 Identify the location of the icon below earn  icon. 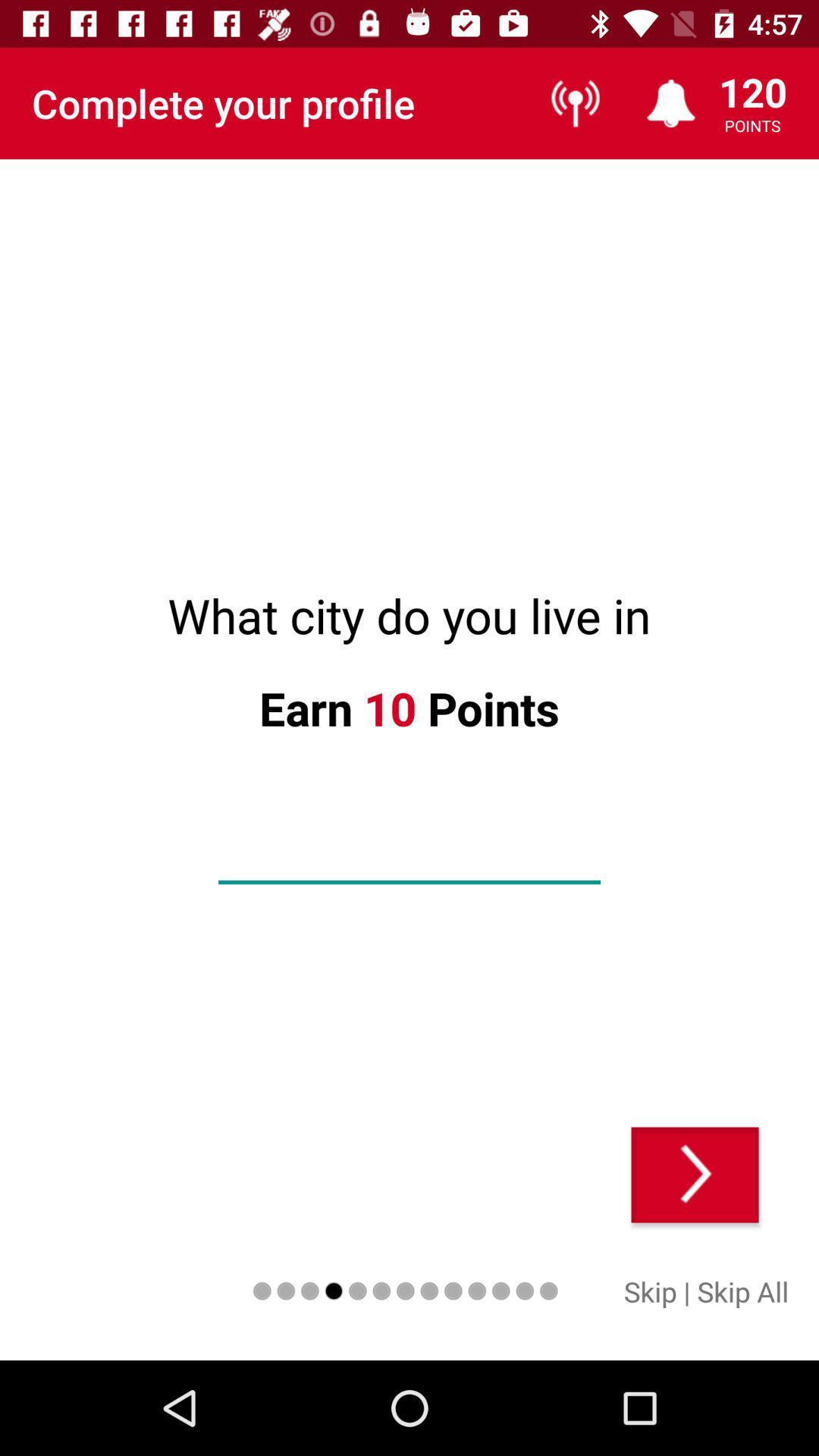
(409, 858).